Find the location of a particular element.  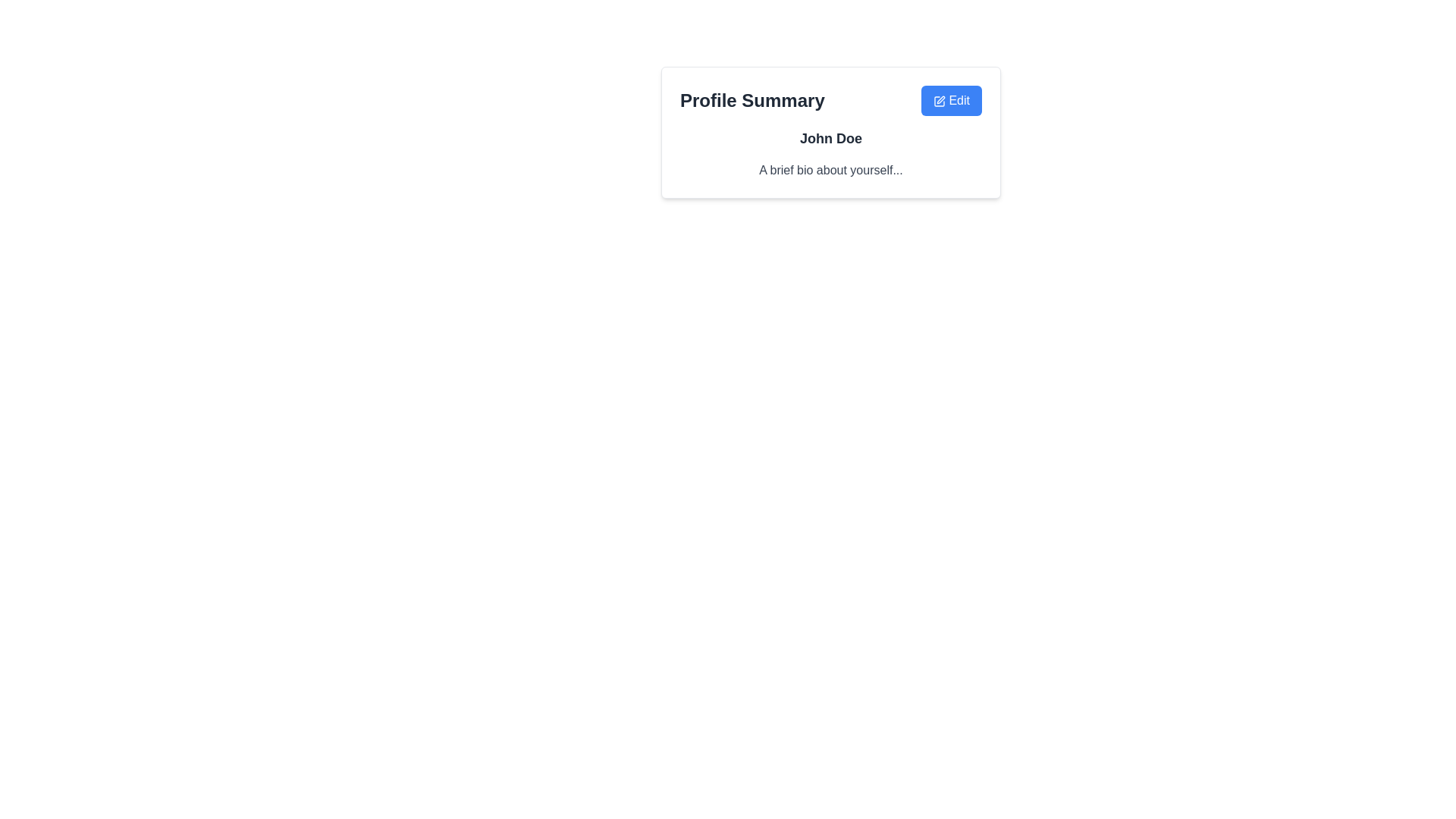

the Text Display element that shows the user's name or title, located below the 'Profile Summary' header and above the bio description is located at coordinates (830, 138).